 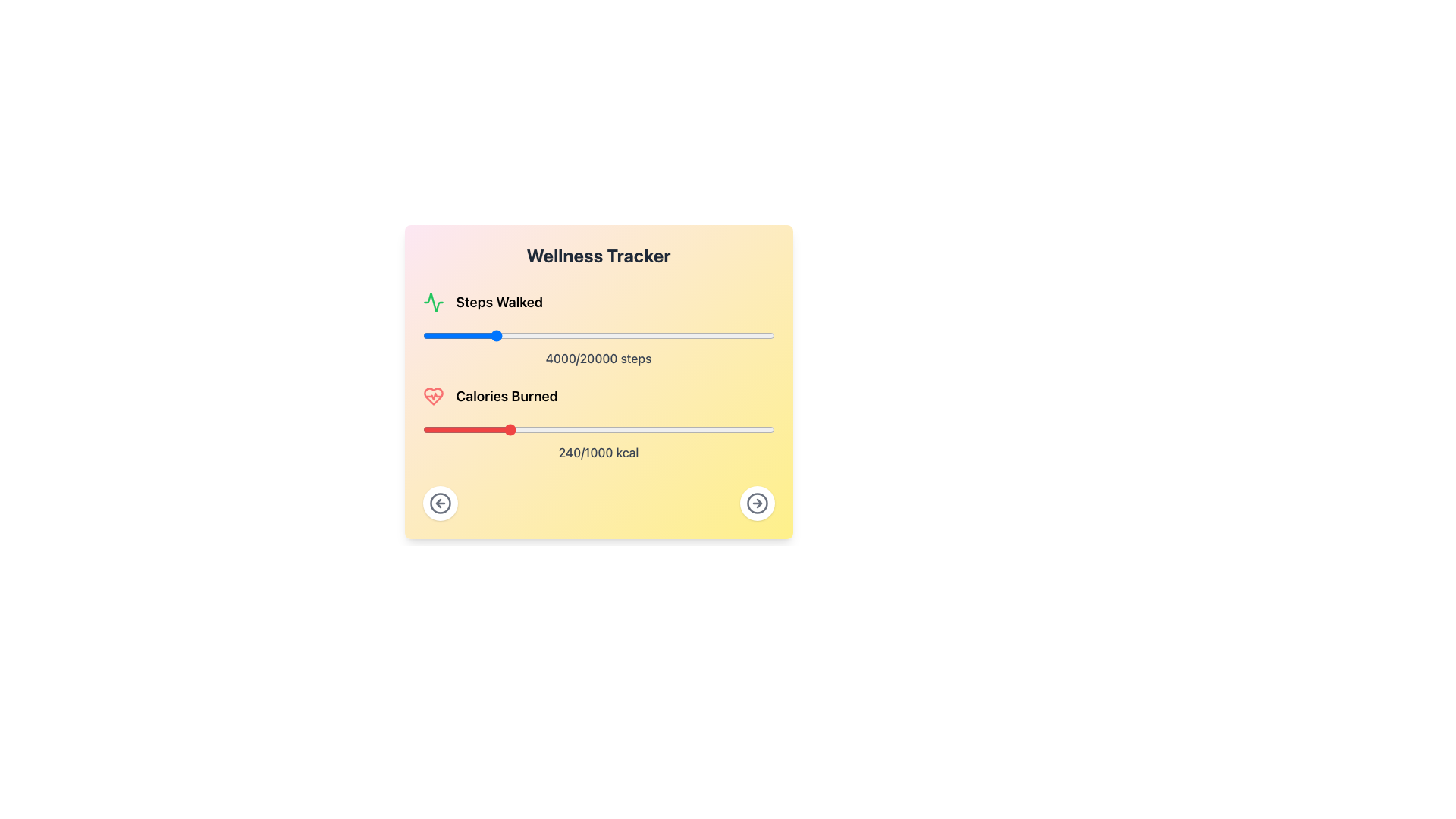 What do you see at coordinates (598, 335) in the screenshot?
I see `the 'Steps Walked' slider` at bounding box center [598, 335].